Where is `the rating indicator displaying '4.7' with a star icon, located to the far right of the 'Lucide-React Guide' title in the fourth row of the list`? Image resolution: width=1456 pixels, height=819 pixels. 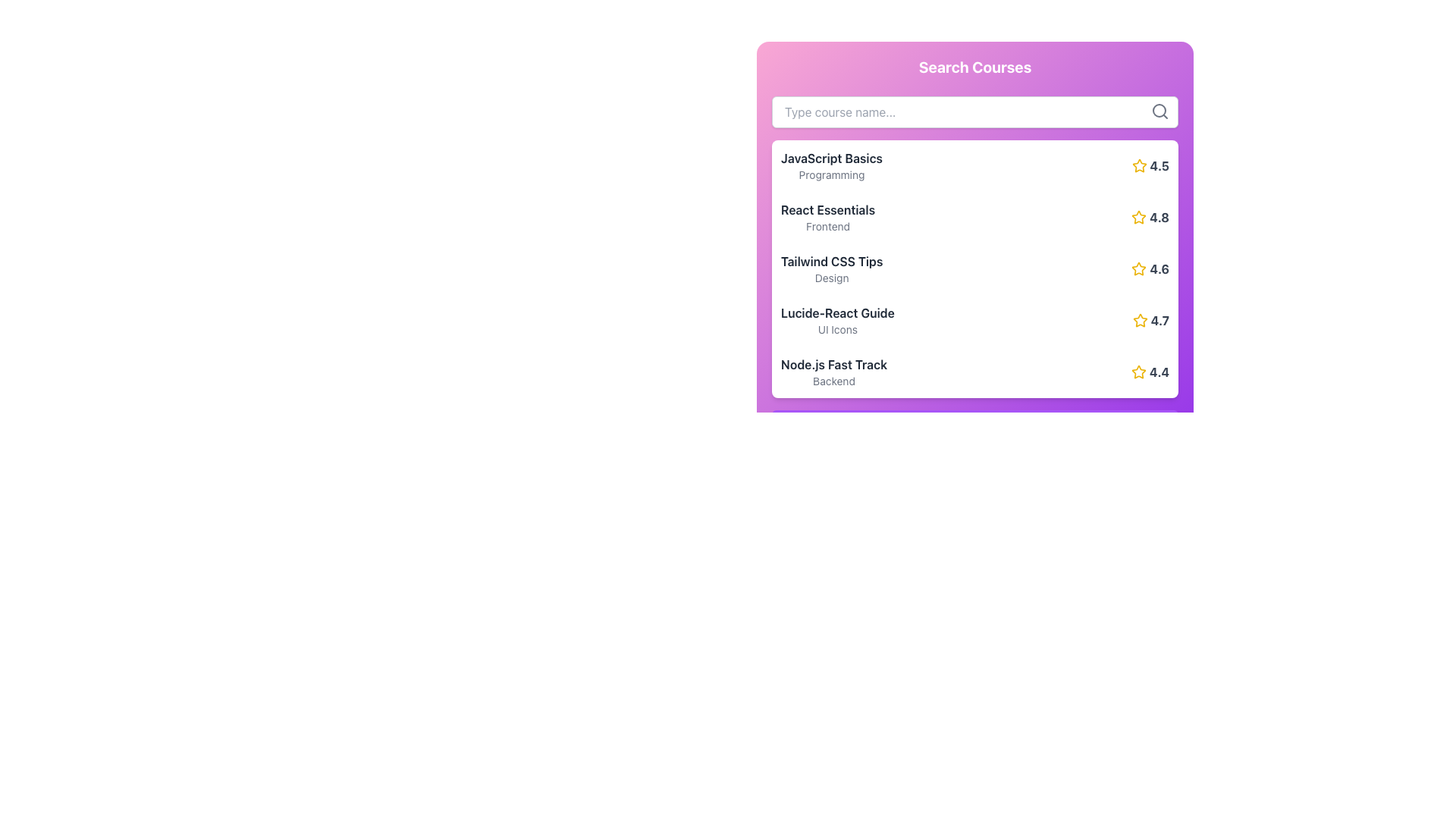 the rating indicator displaying '4.7' with a star icon, located to the far right of the 'Lucide-React Guide' title in the fourth row of the list is located at coordinates (1150, 320).